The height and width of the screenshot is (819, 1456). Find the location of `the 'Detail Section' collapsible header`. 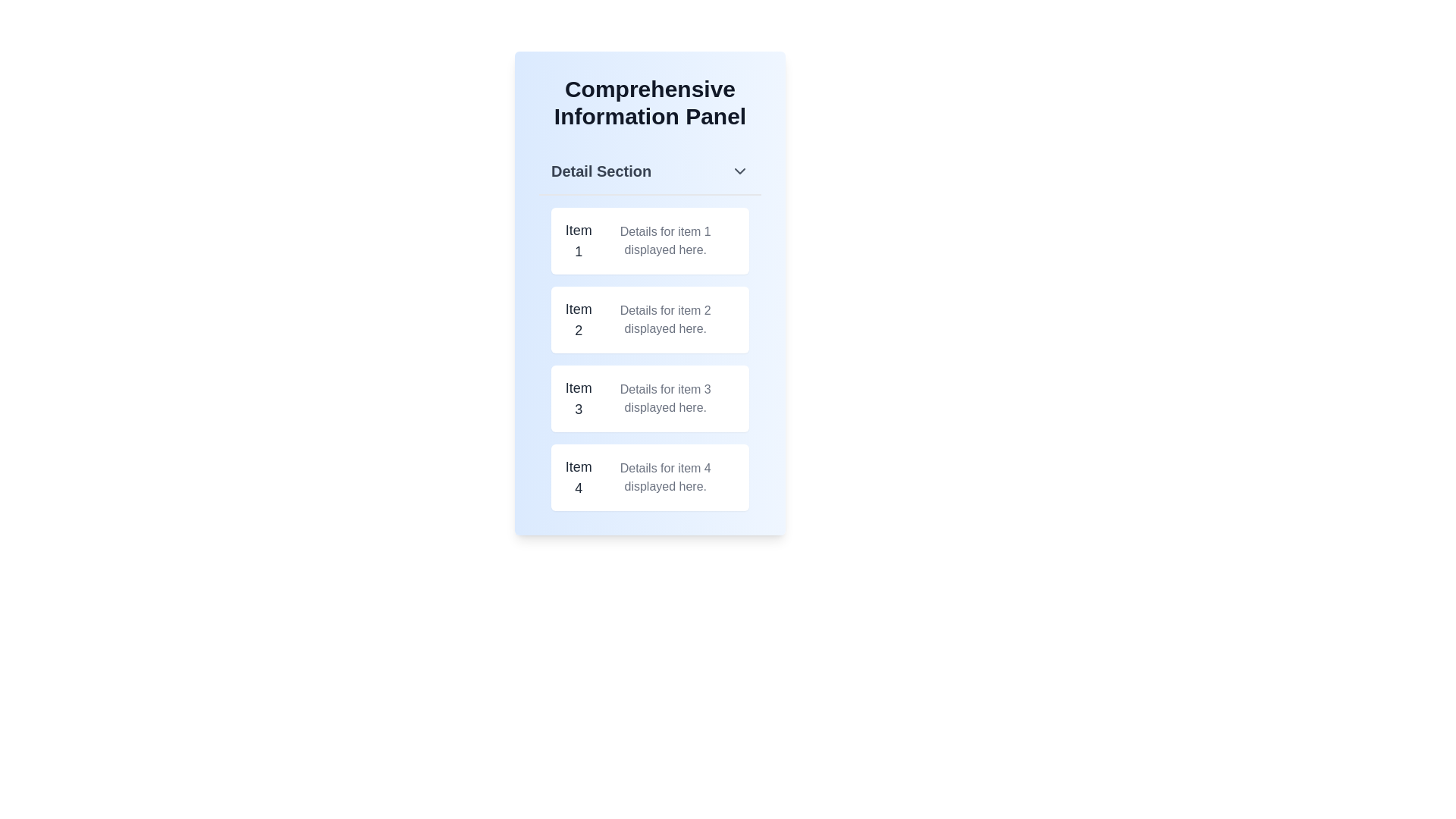

the 'Detail Section' collapsible header is located at coordinates (650, 171).